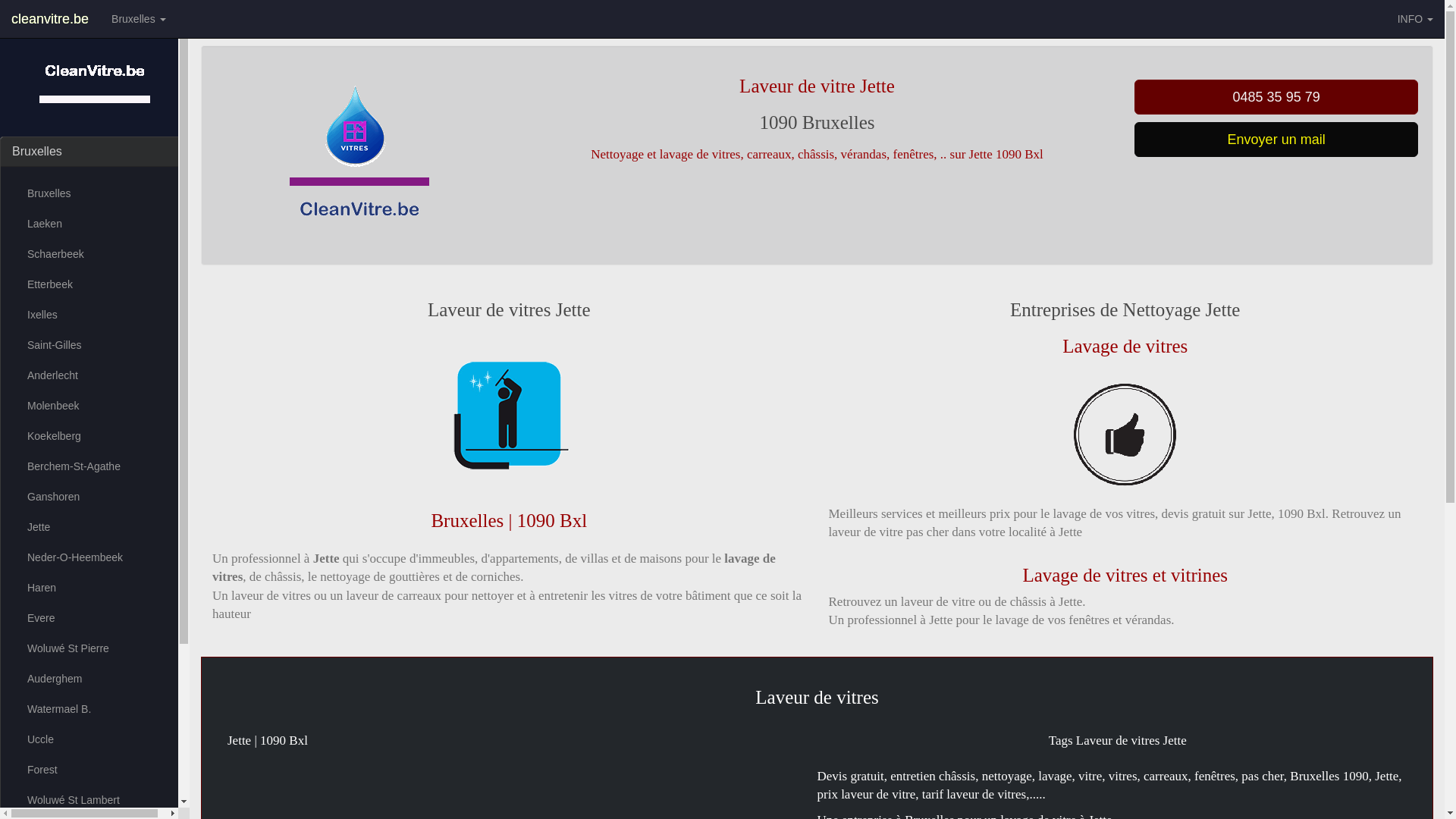 The image size is (1456, 819). What do you see at coordinates (93, 587) in the screenshot?
I see `'Haren'` at bounding box center [93, 587].